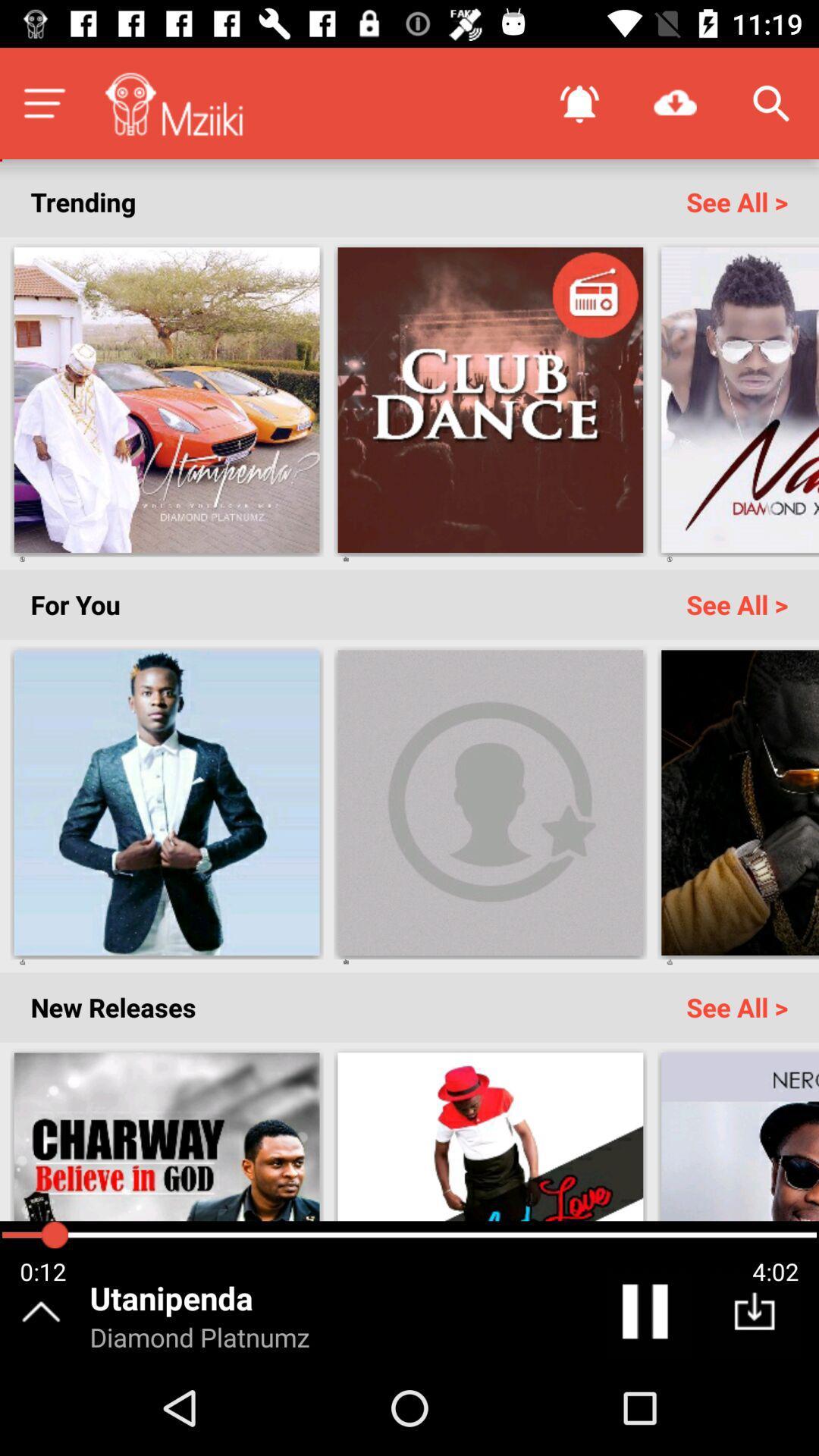  Describe the element at coordinates (43, 102) in the screenshot. I see `see the menu` at that location.